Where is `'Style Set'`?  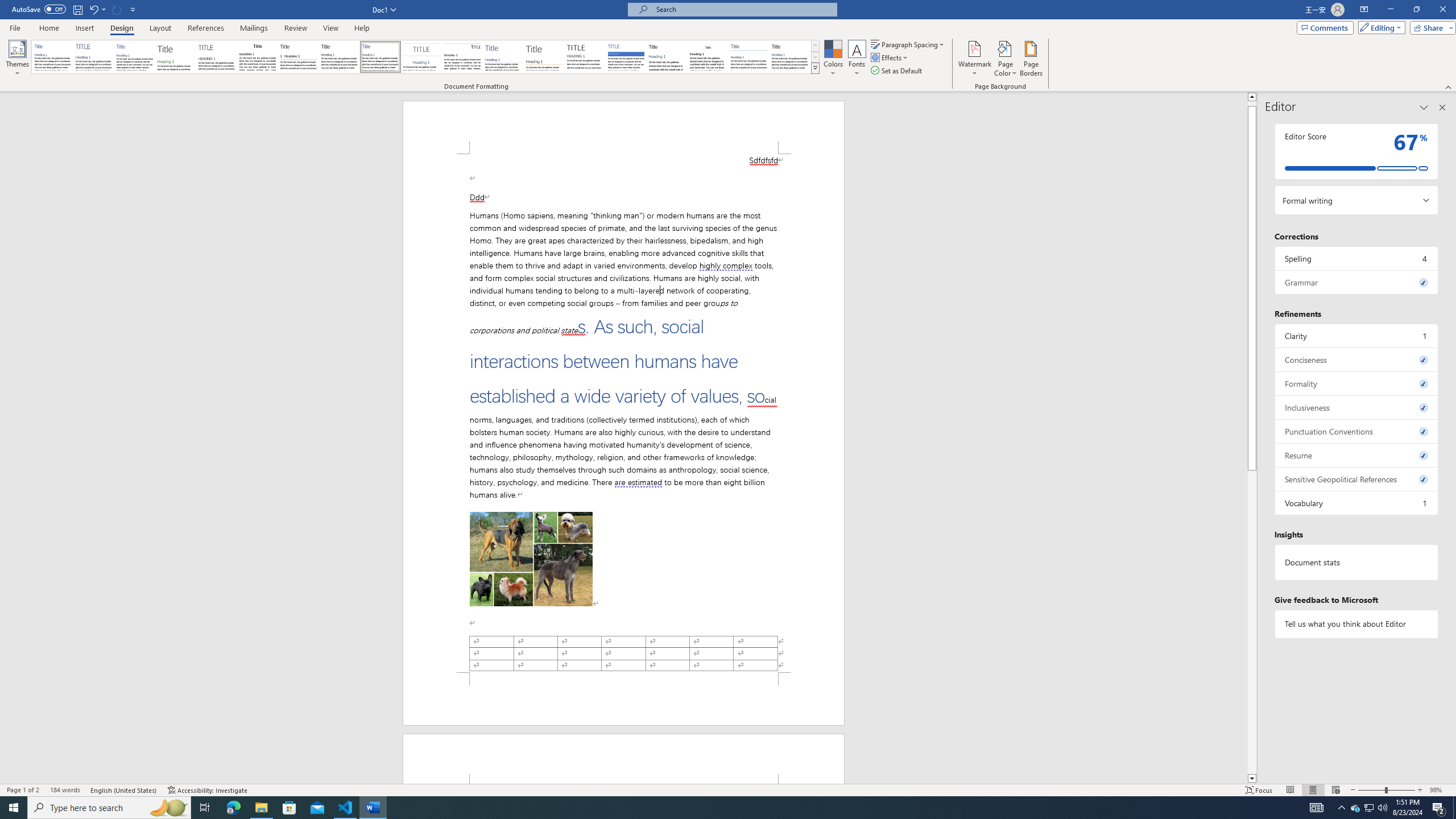 'Style Set' is located at coordinates (814, 67).